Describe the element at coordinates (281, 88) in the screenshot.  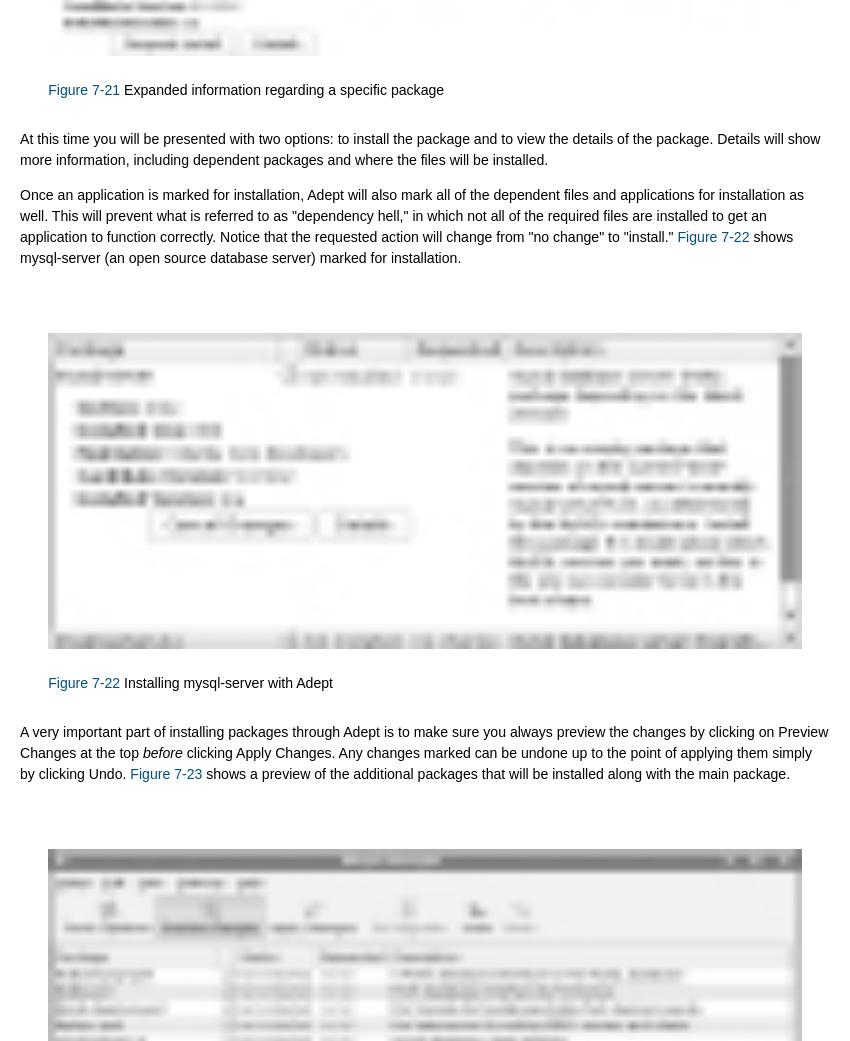
I see `'Expanded information regarding a specific package'` at that location.